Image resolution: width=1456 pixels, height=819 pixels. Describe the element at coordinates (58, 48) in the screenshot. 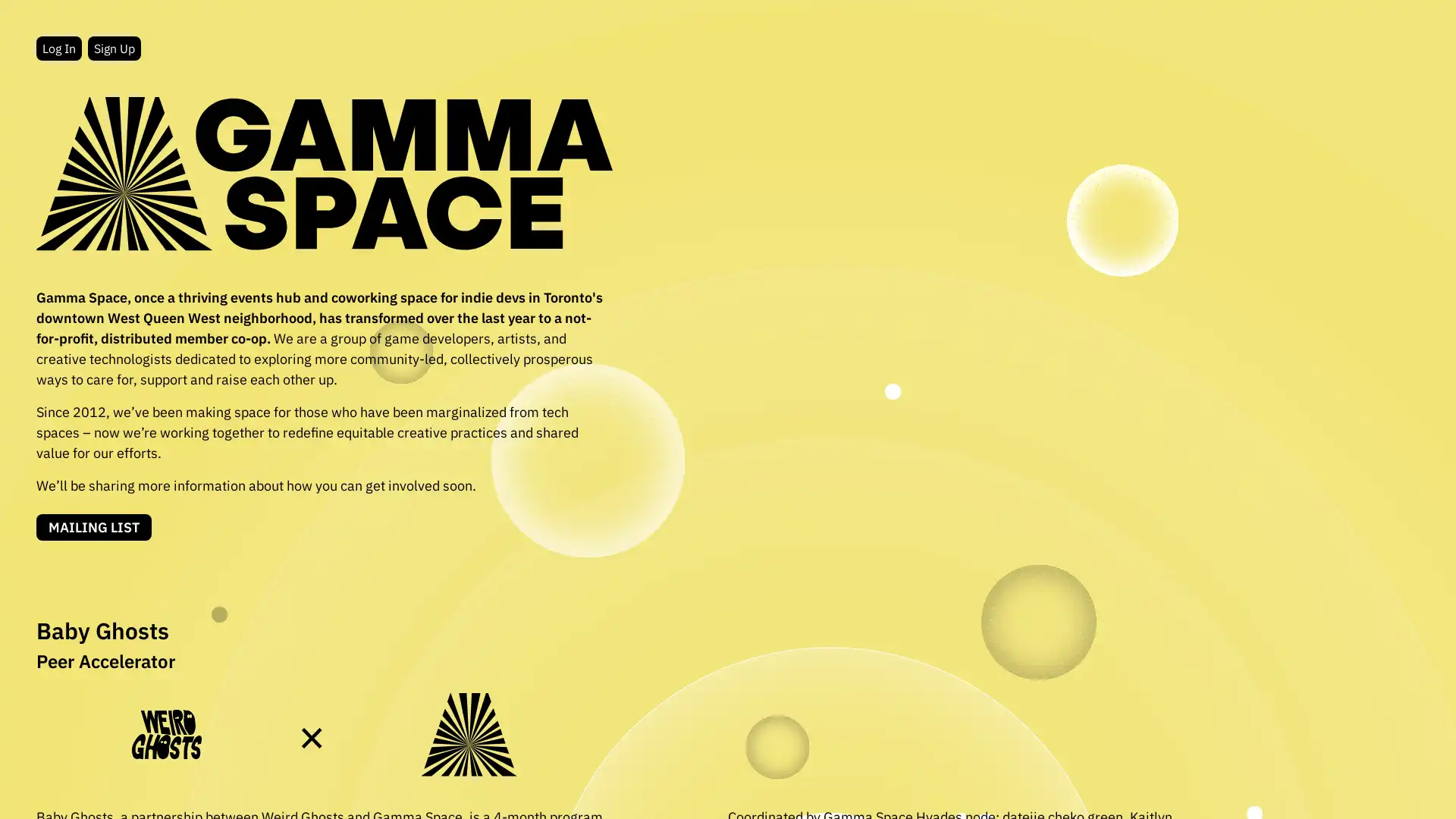

I see `Log In` at that location.